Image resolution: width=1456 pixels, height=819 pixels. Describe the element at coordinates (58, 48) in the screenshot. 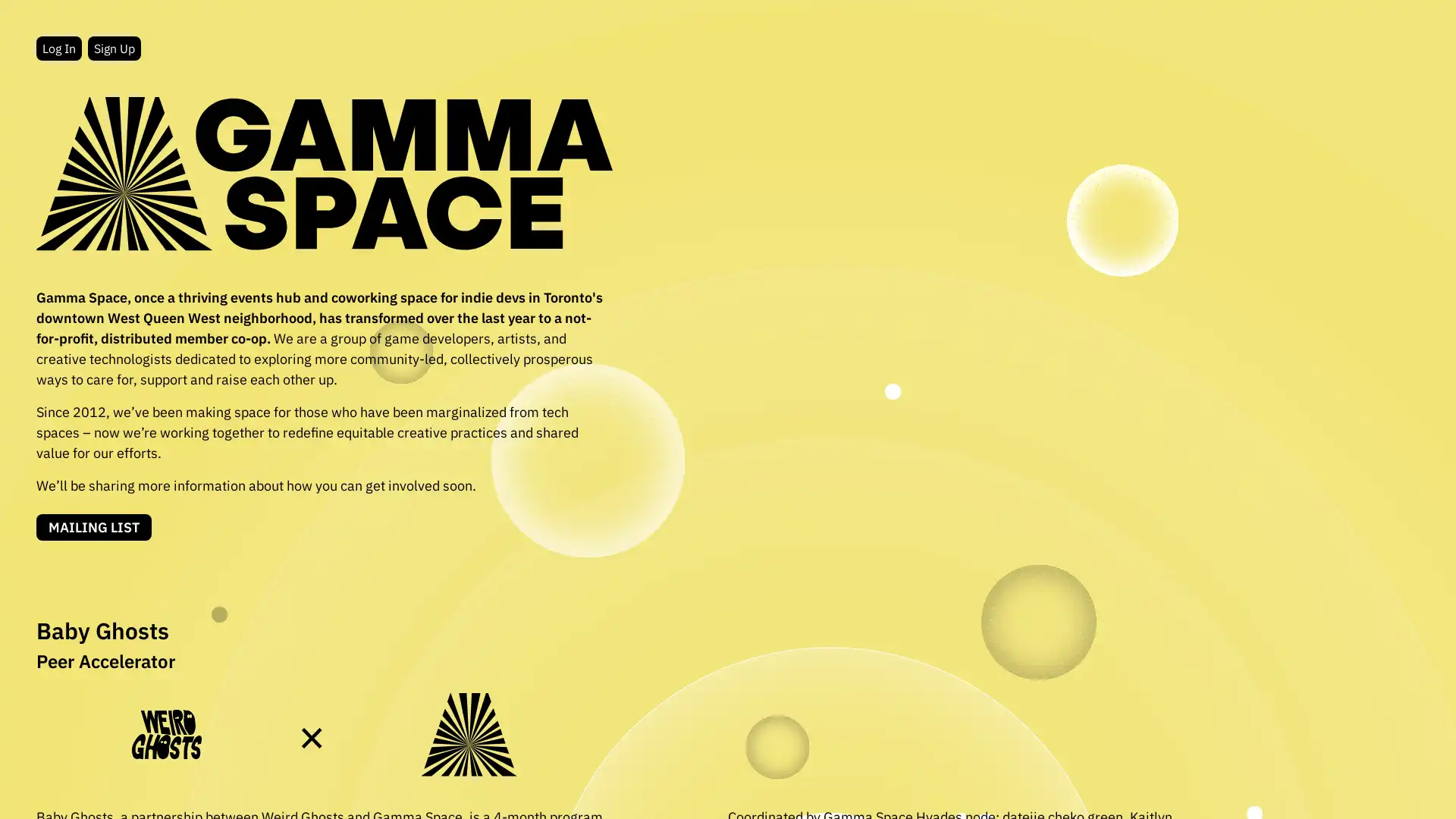

I see `Log In` at that location.